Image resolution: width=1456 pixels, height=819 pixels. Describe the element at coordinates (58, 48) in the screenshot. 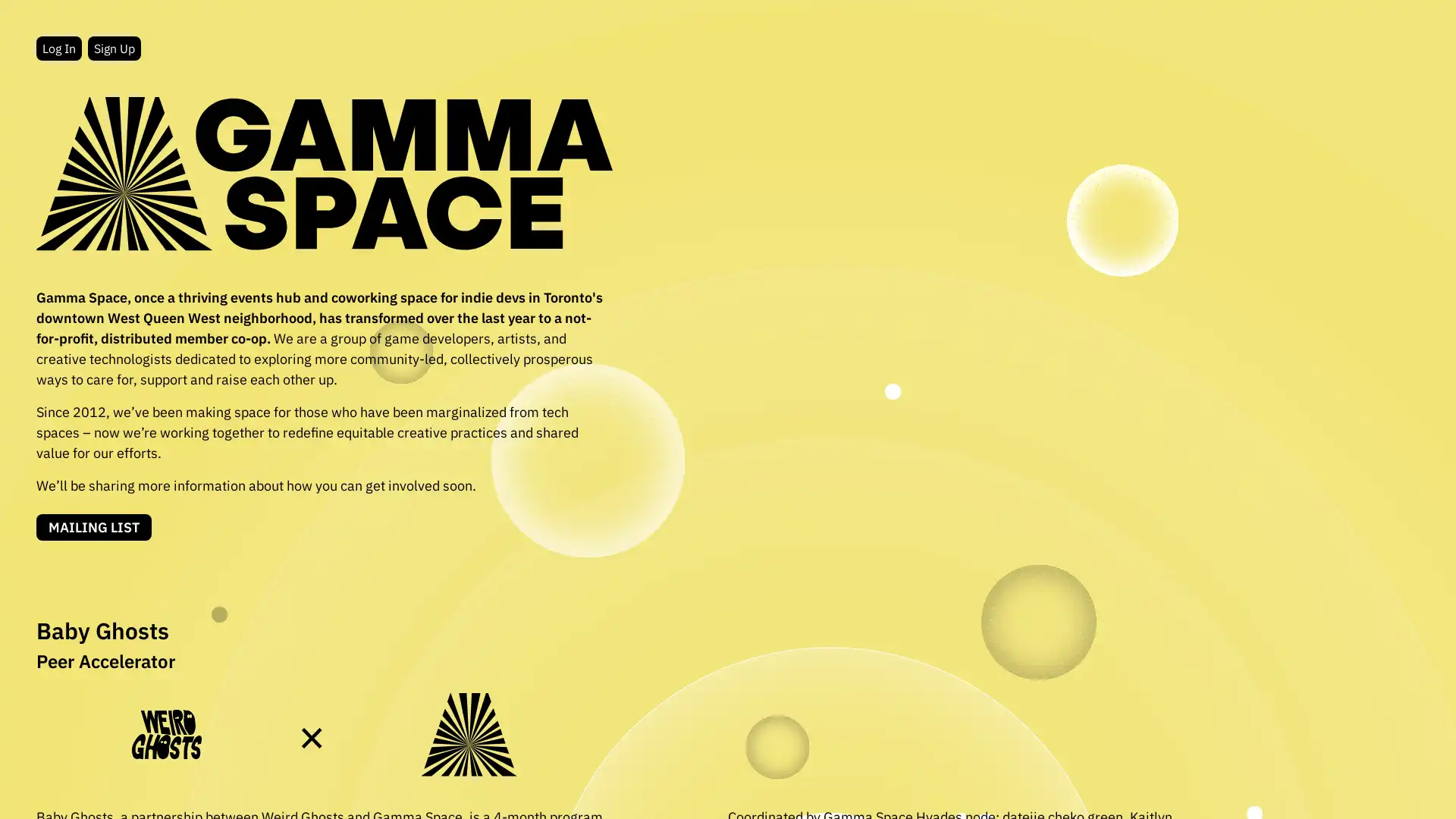

I see `Log In` at that location.